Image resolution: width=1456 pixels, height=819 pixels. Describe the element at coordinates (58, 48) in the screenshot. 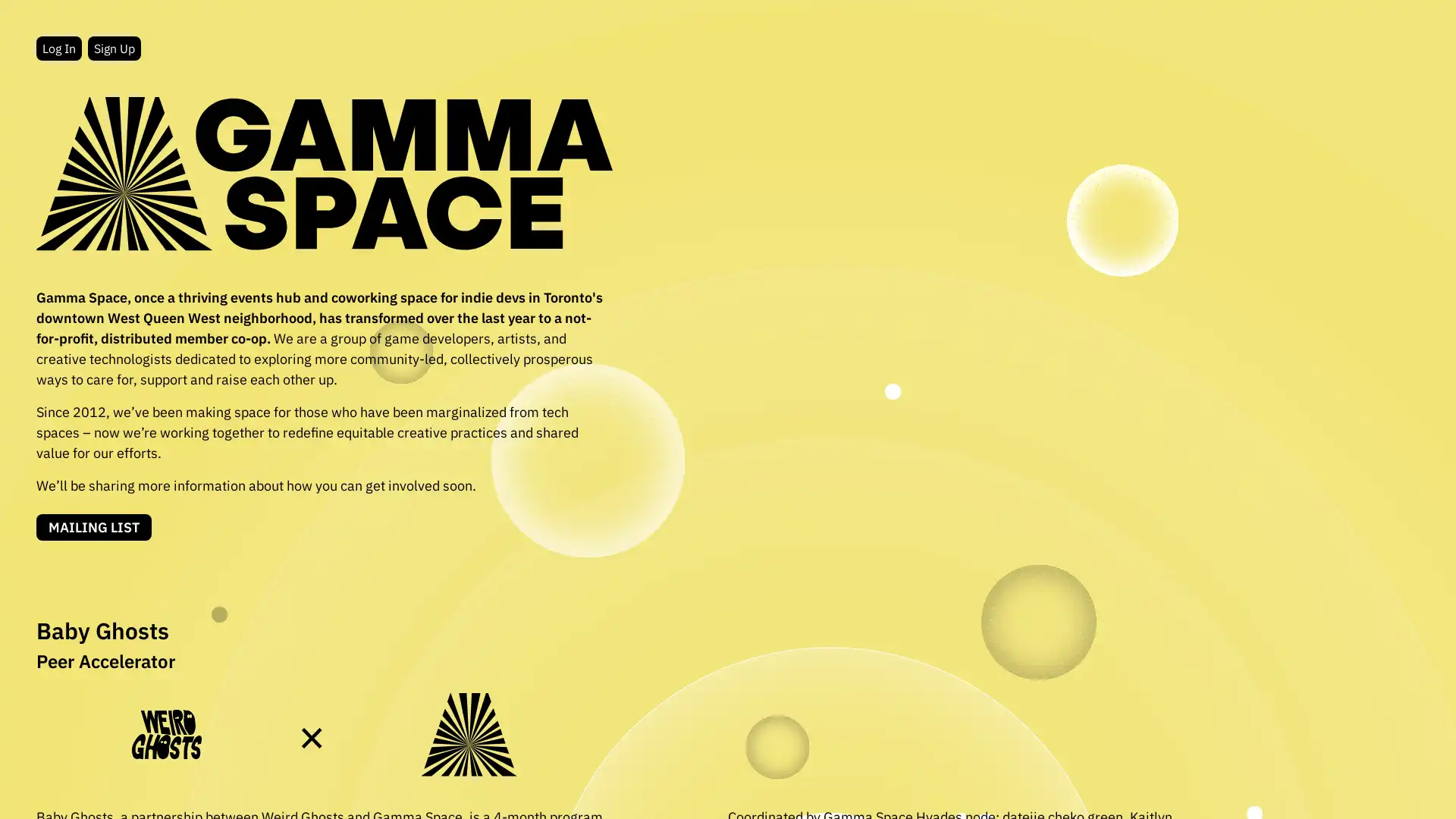

I see `Log In` at that location.